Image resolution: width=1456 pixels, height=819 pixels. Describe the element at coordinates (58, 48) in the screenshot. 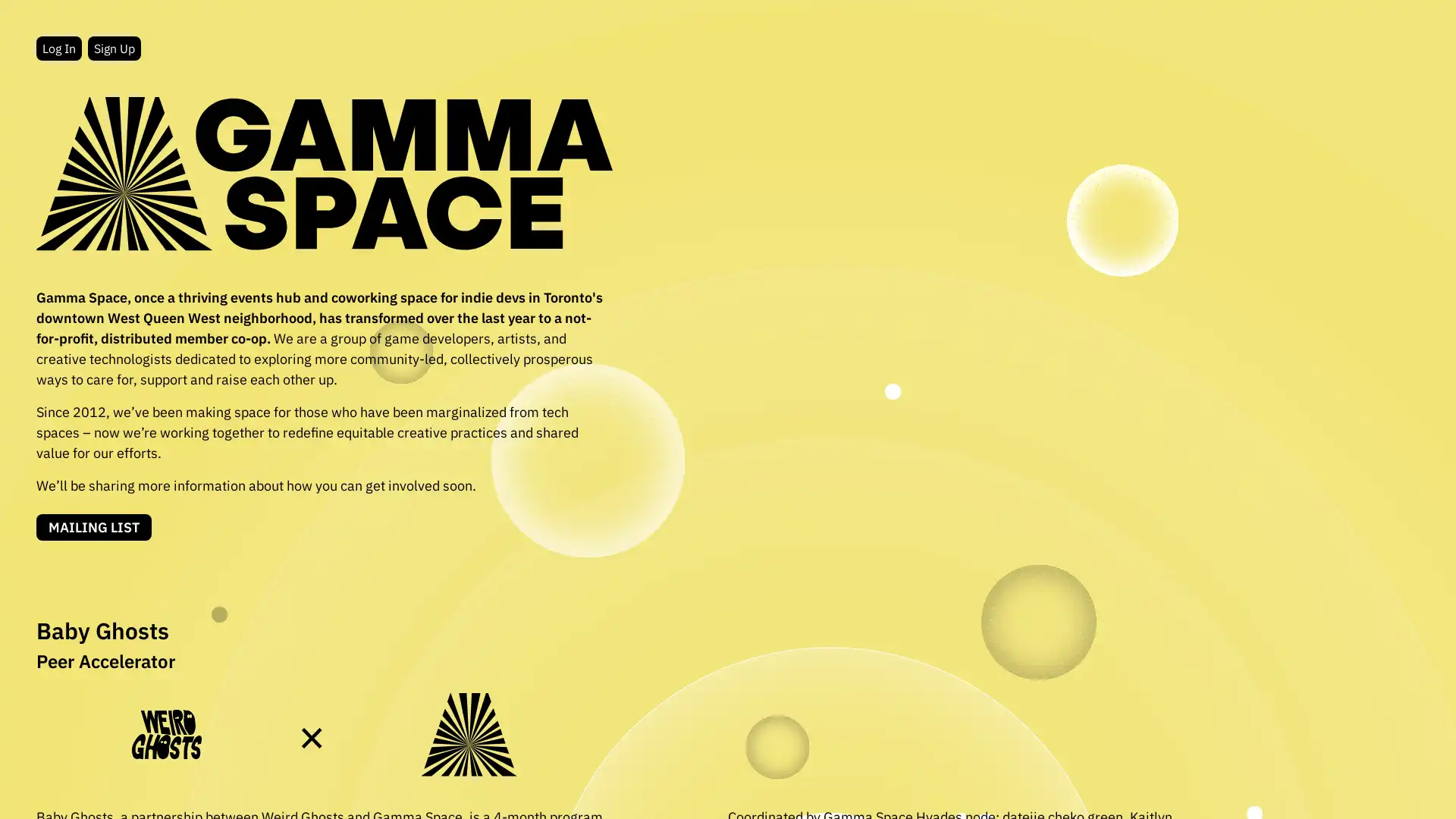

I see `Log In` at that location.